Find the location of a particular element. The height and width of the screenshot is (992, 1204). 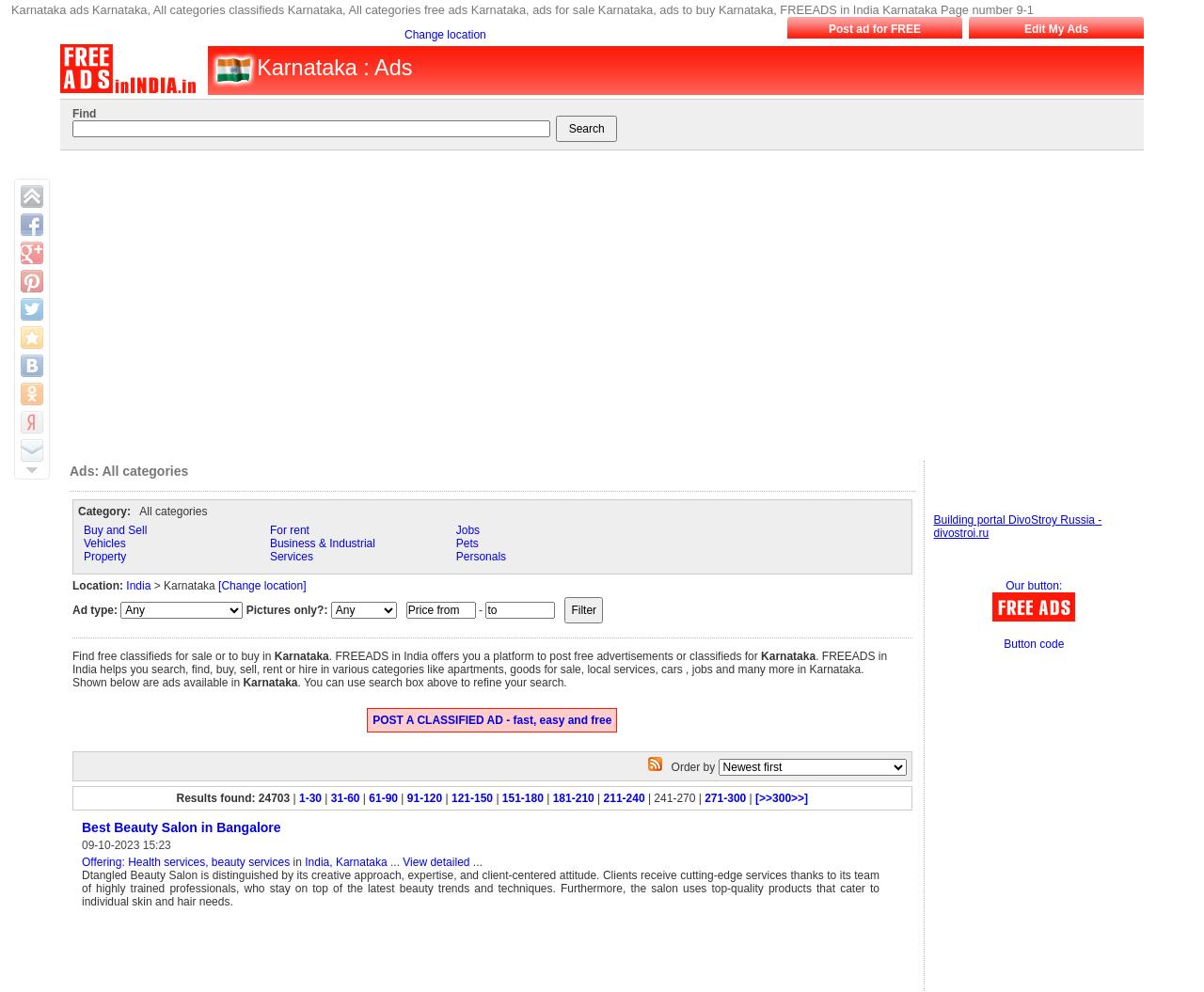

'Jobs' is located at coordinates (454, 529).